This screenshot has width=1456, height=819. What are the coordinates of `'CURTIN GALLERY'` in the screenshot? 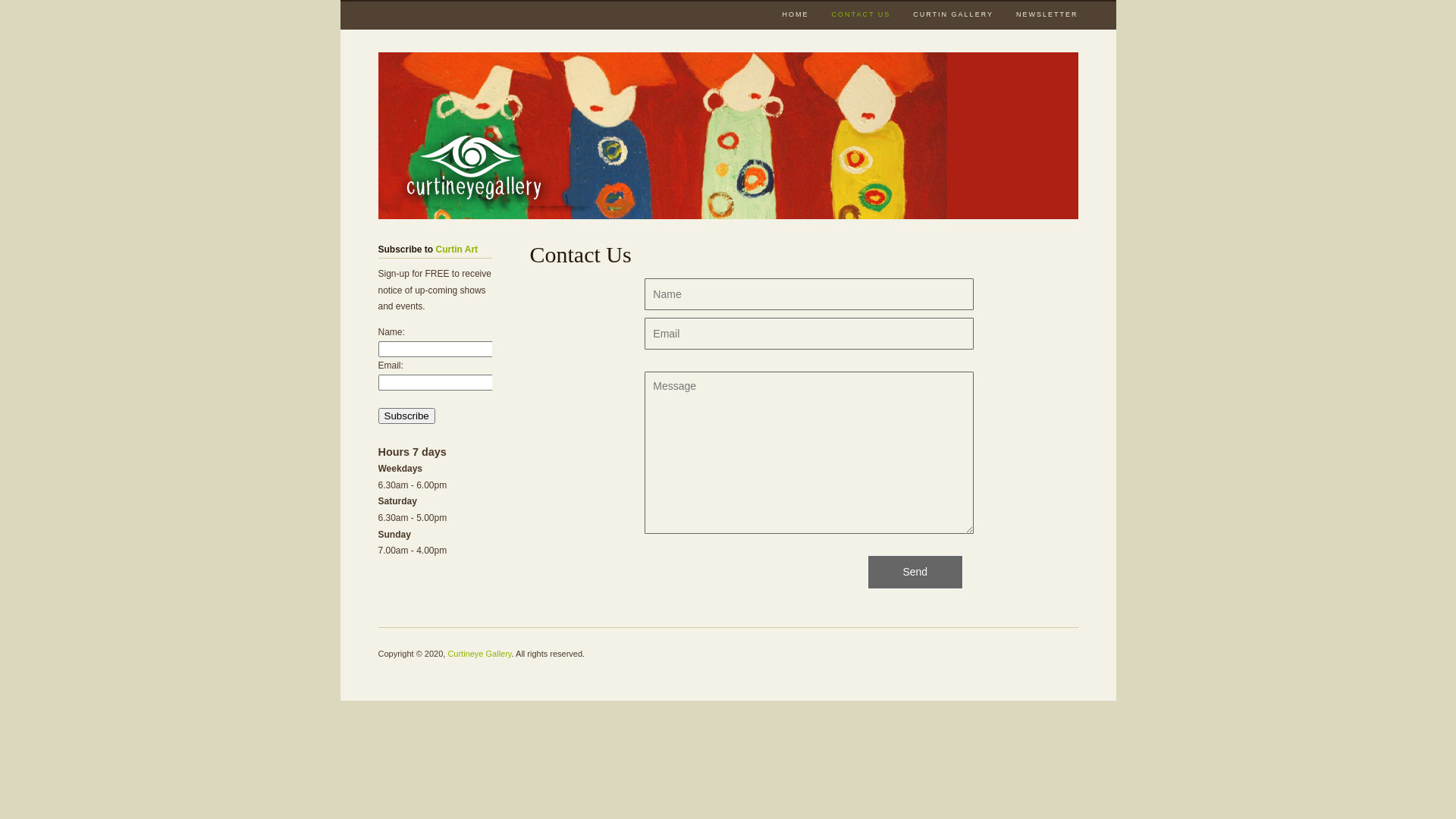 It's located at (952, 13).